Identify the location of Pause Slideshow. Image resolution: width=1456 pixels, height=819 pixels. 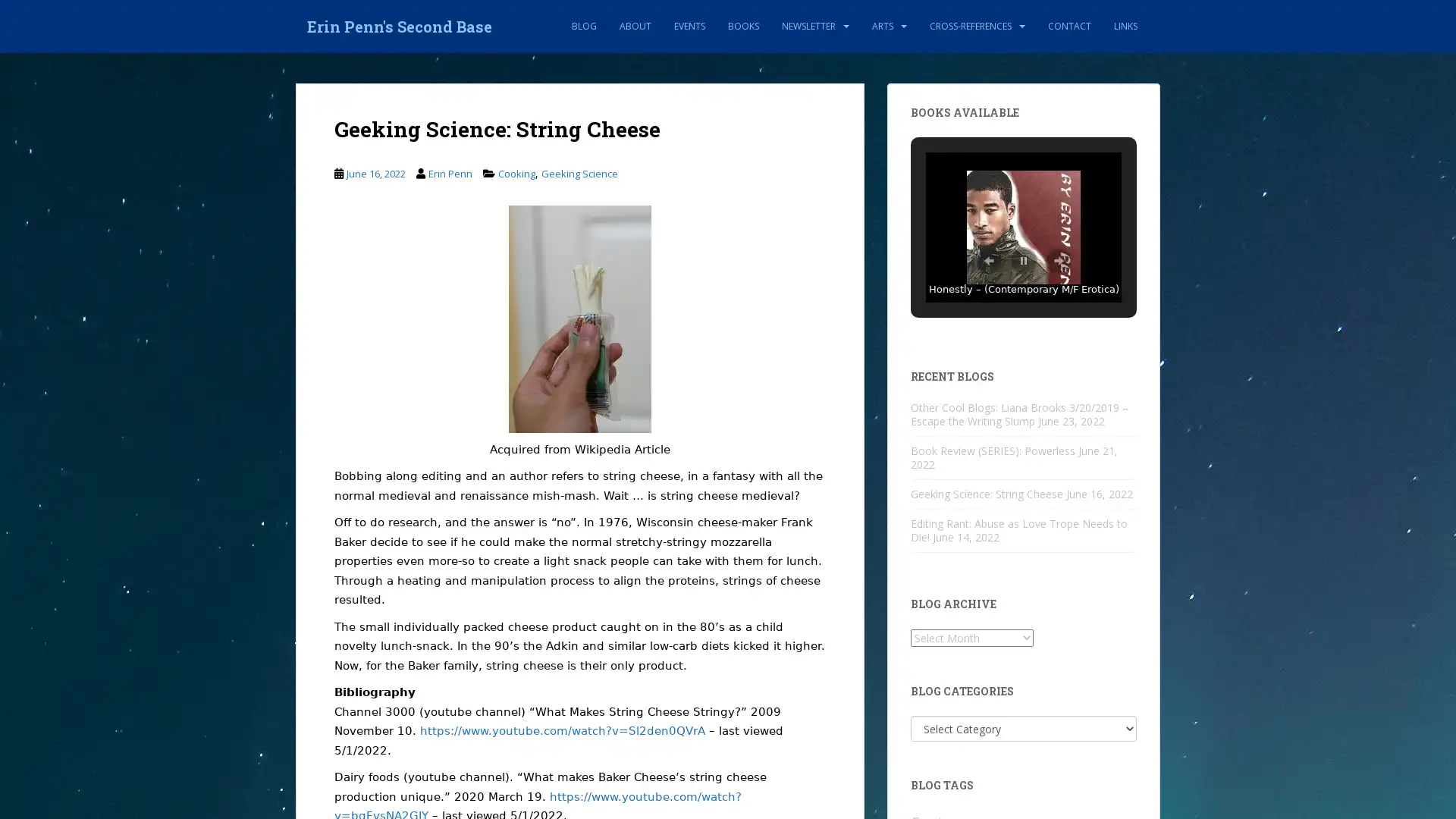
(1023, 259).